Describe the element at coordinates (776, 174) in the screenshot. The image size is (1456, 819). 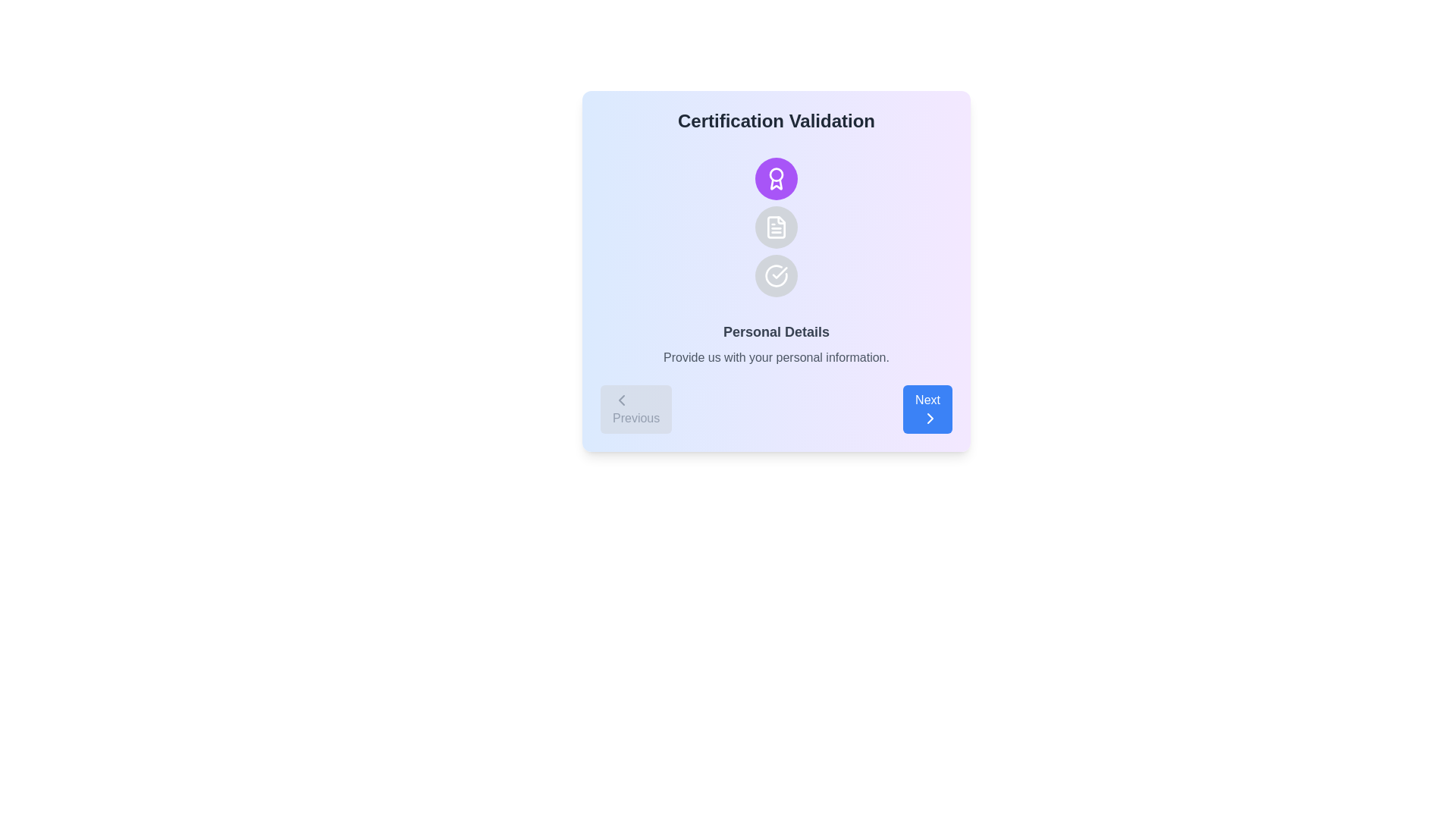
I see `the SVG circle graphic that represents an award icon, located at the top of the vertical progression visual in the center of the modal` at that location.